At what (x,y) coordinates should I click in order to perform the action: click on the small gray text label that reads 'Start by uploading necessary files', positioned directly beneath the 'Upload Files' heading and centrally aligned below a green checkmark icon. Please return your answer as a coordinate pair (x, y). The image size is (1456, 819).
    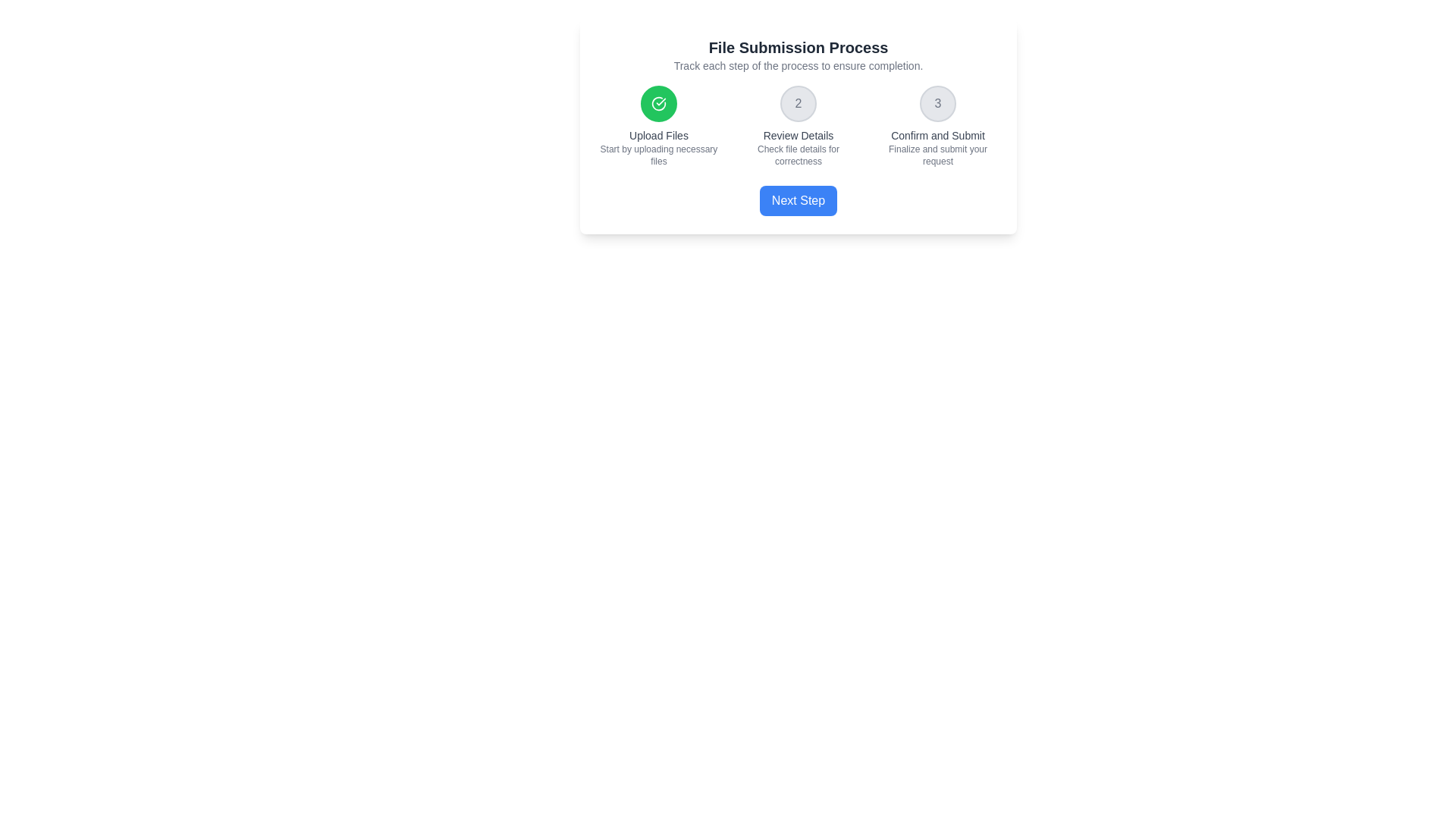
    Looking at the image, I should click on (658, 155).